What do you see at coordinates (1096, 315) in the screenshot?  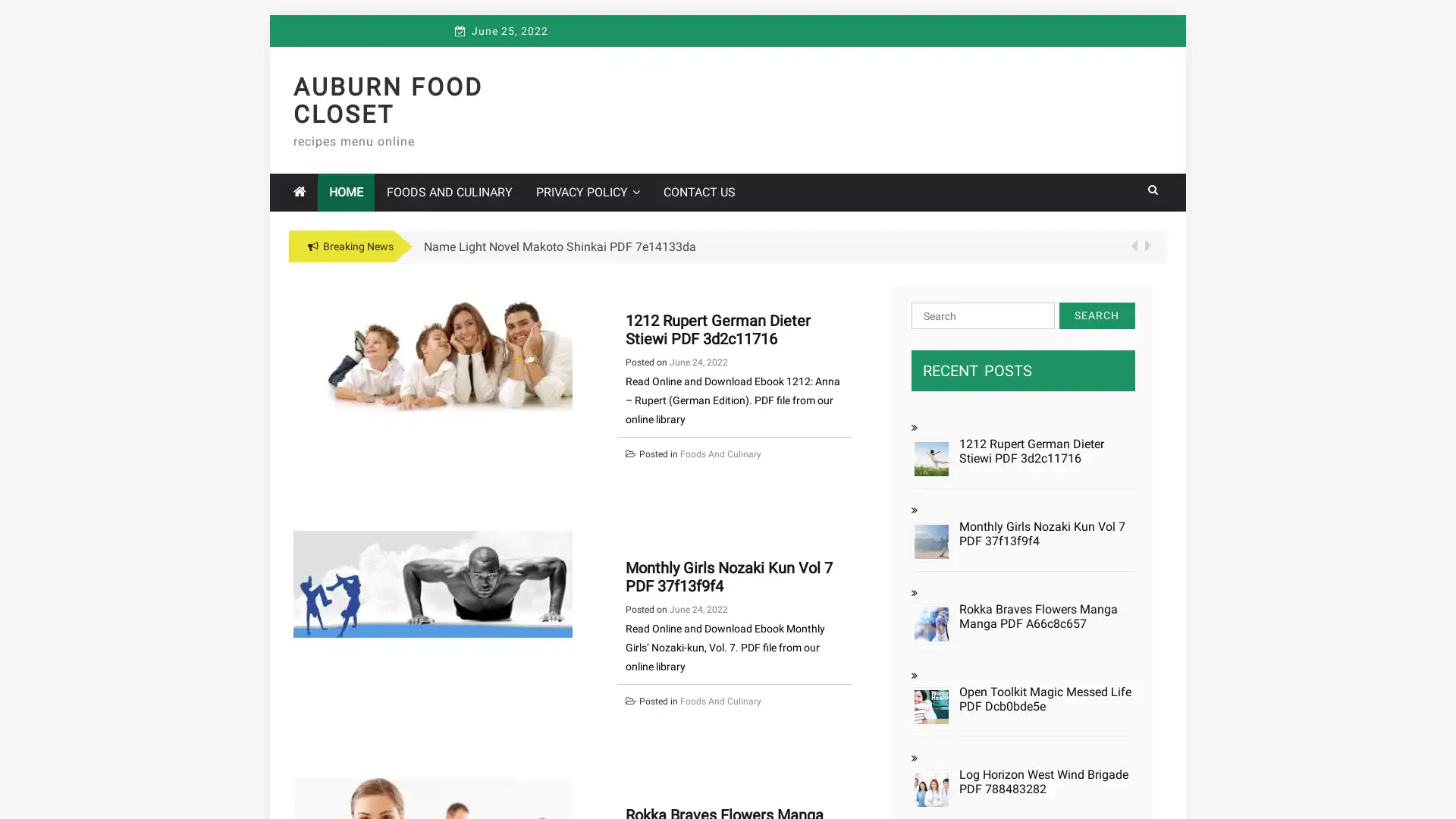 I see `Search` at bounding box center [1096, 315].